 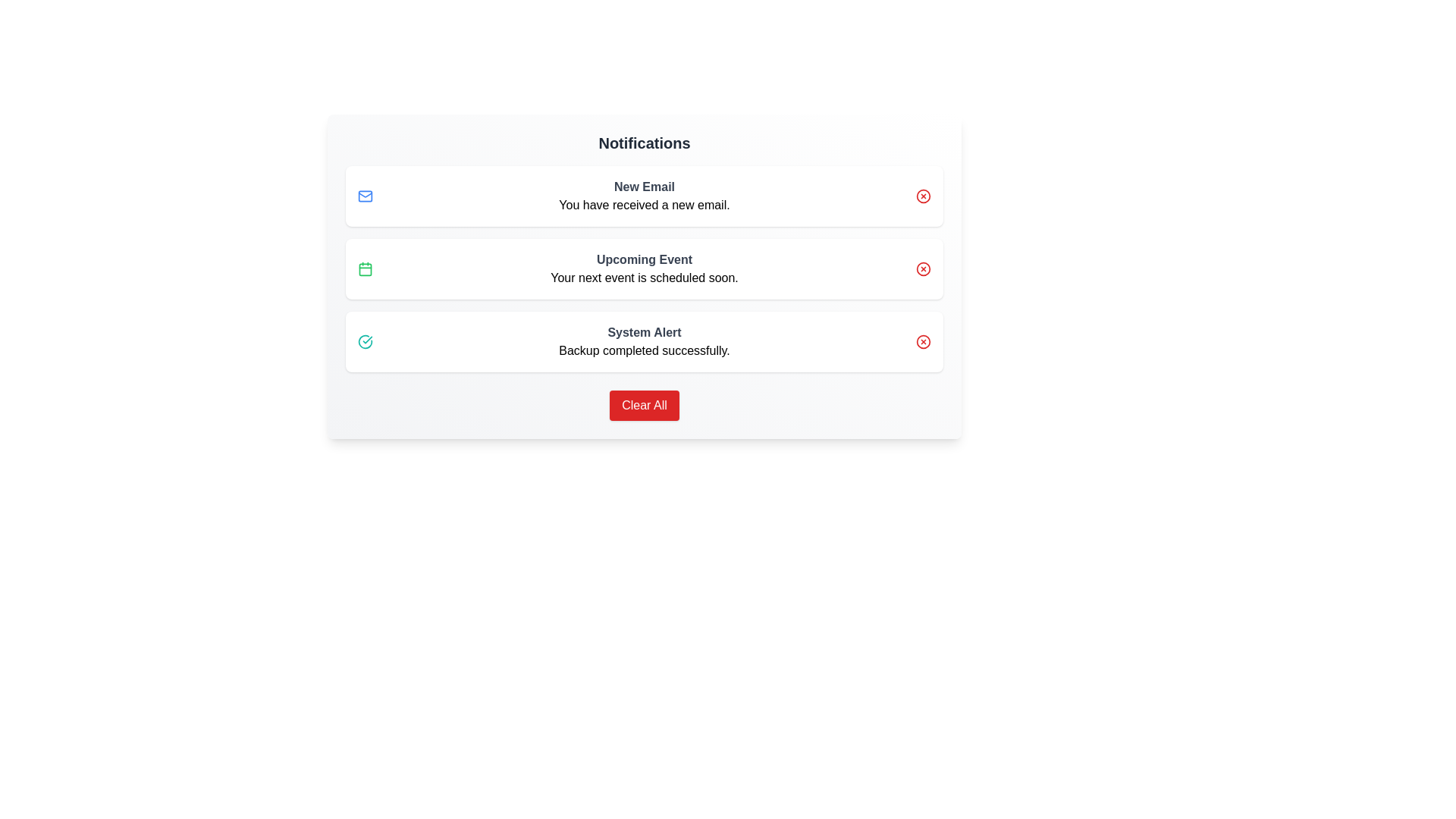 What do you see at coordinates (644, 195) in the screenshot?
I see `the 'New Email' notification entry that displays the heading in bold and the sub-text indicating a new email has been received to acknowledge it` at bounding box center [644, 195].